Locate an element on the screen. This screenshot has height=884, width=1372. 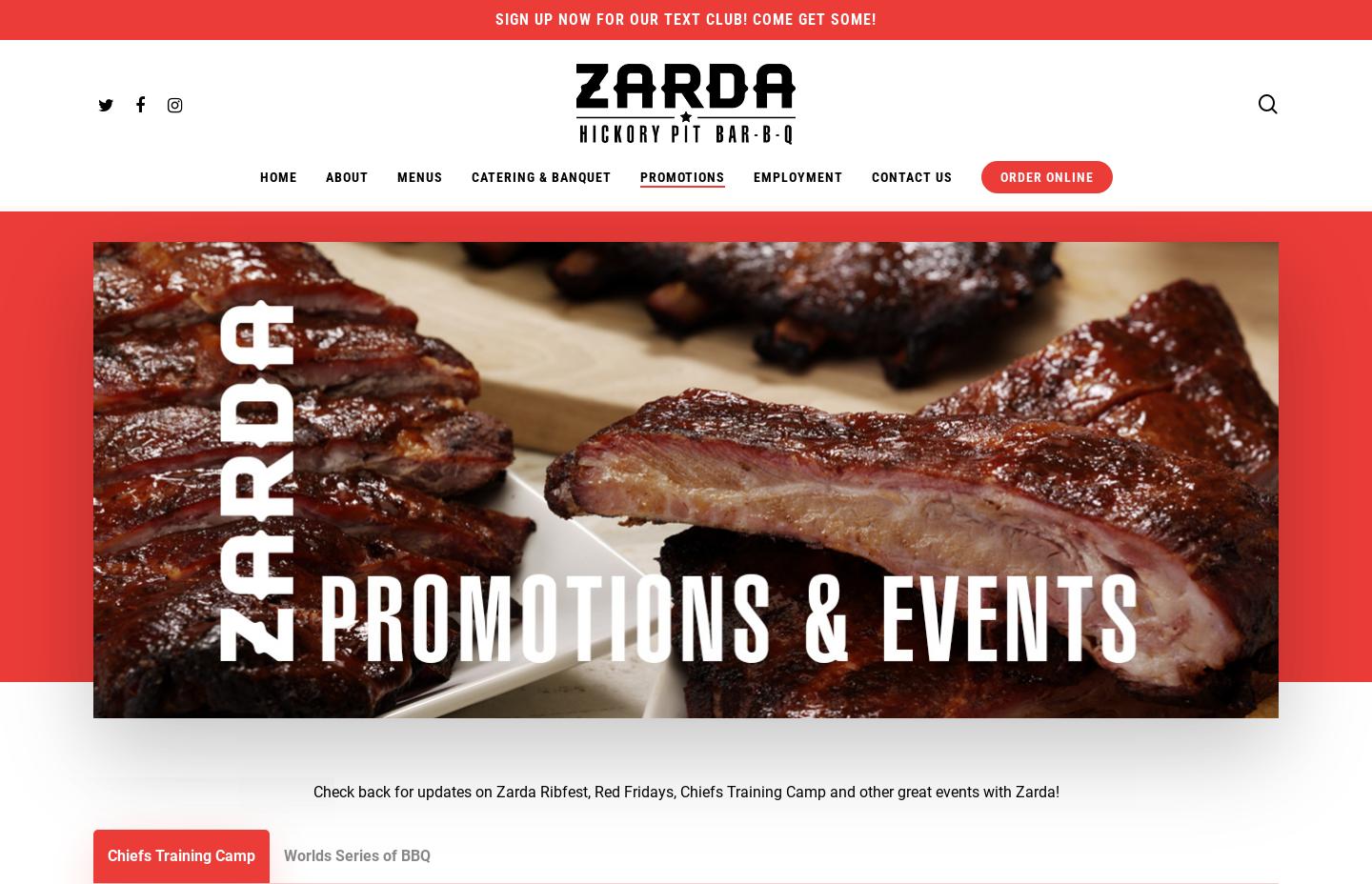
'Home' is located at coordinates (276, 176).